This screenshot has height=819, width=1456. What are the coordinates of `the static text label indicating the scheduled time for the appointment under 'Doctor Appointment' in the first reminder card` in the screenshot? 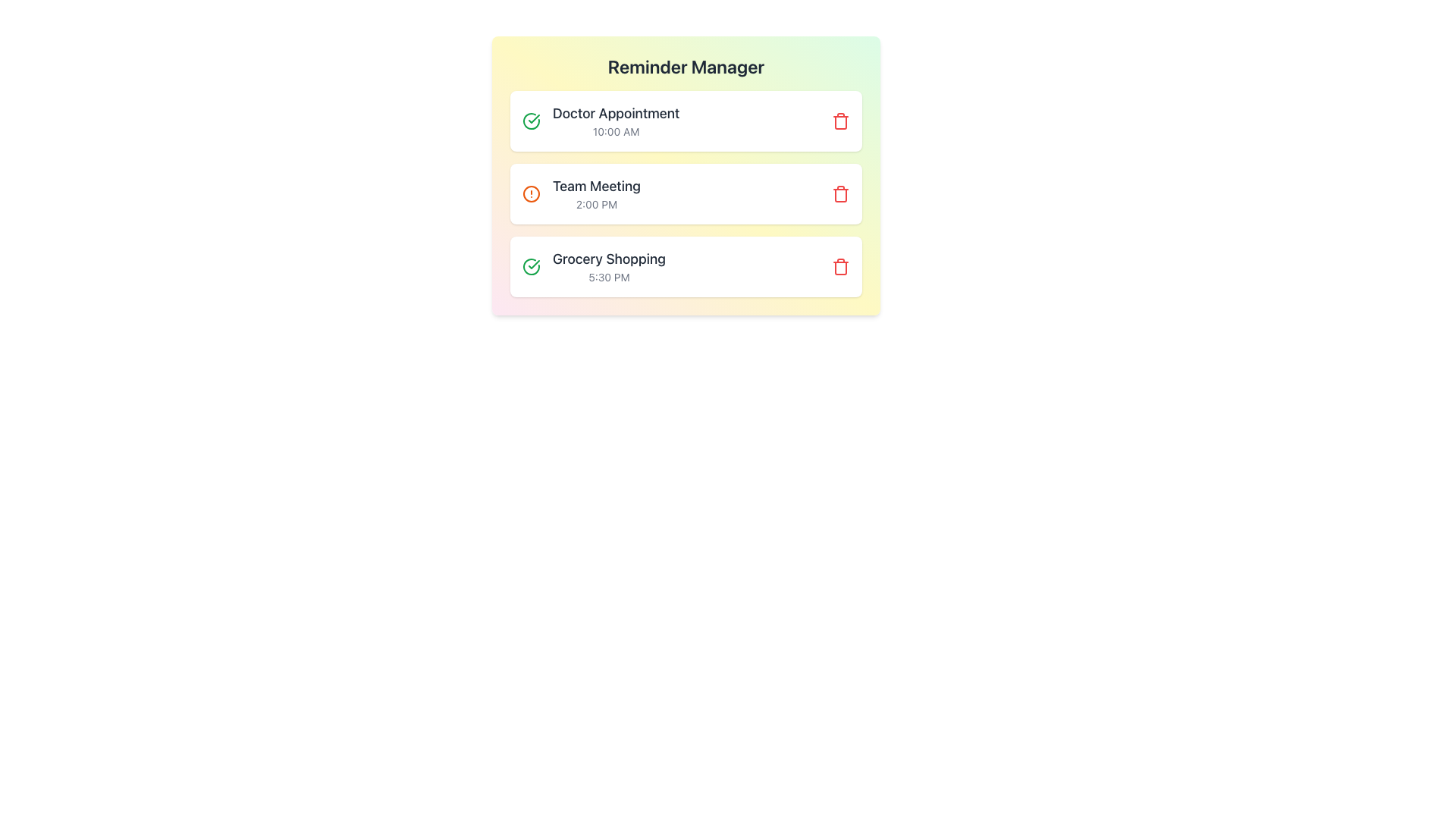 It's located at (616, 130).